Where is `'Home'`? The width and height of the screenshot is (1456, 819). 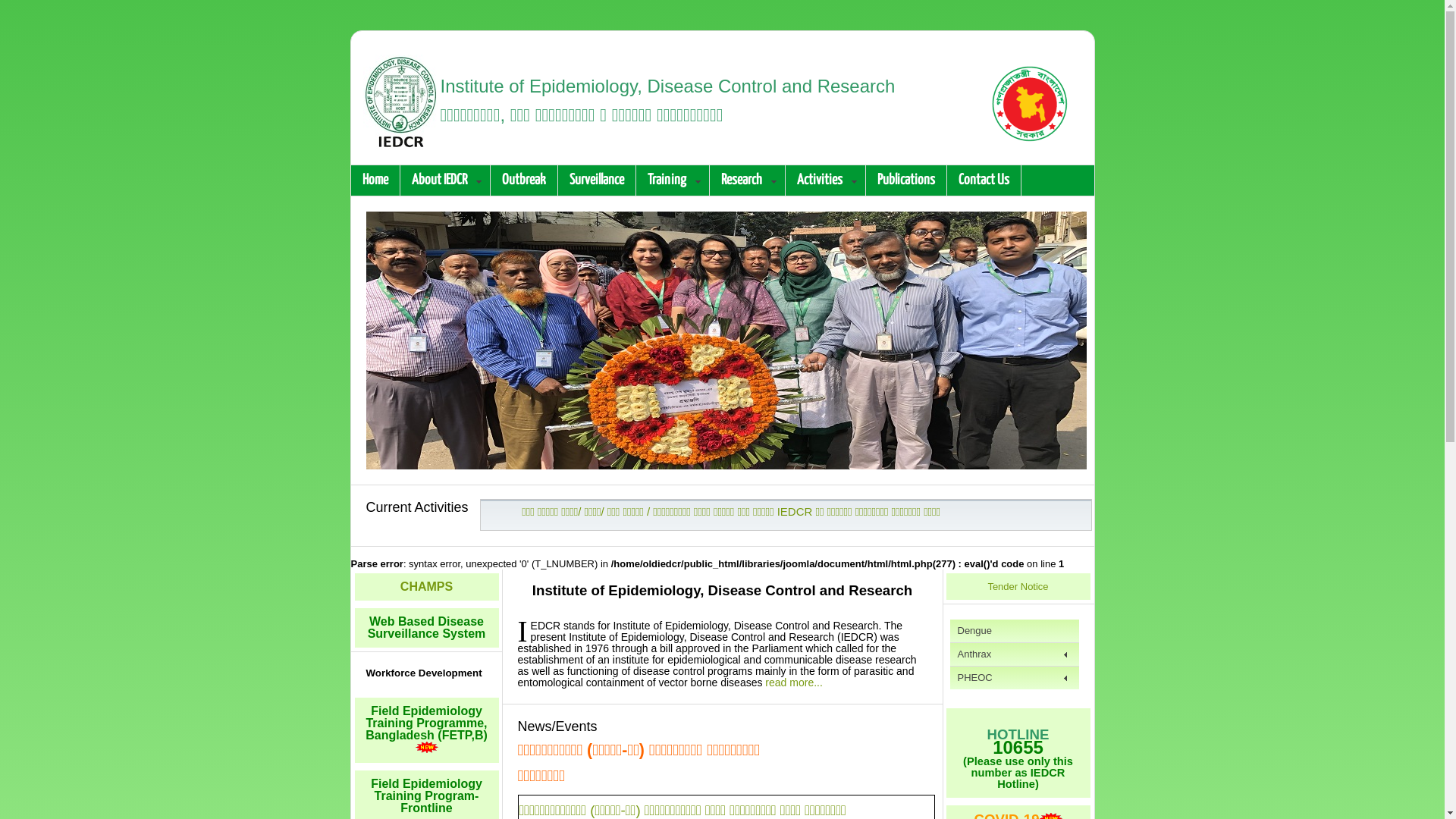 'Home' is located at coordinates (375, 180).